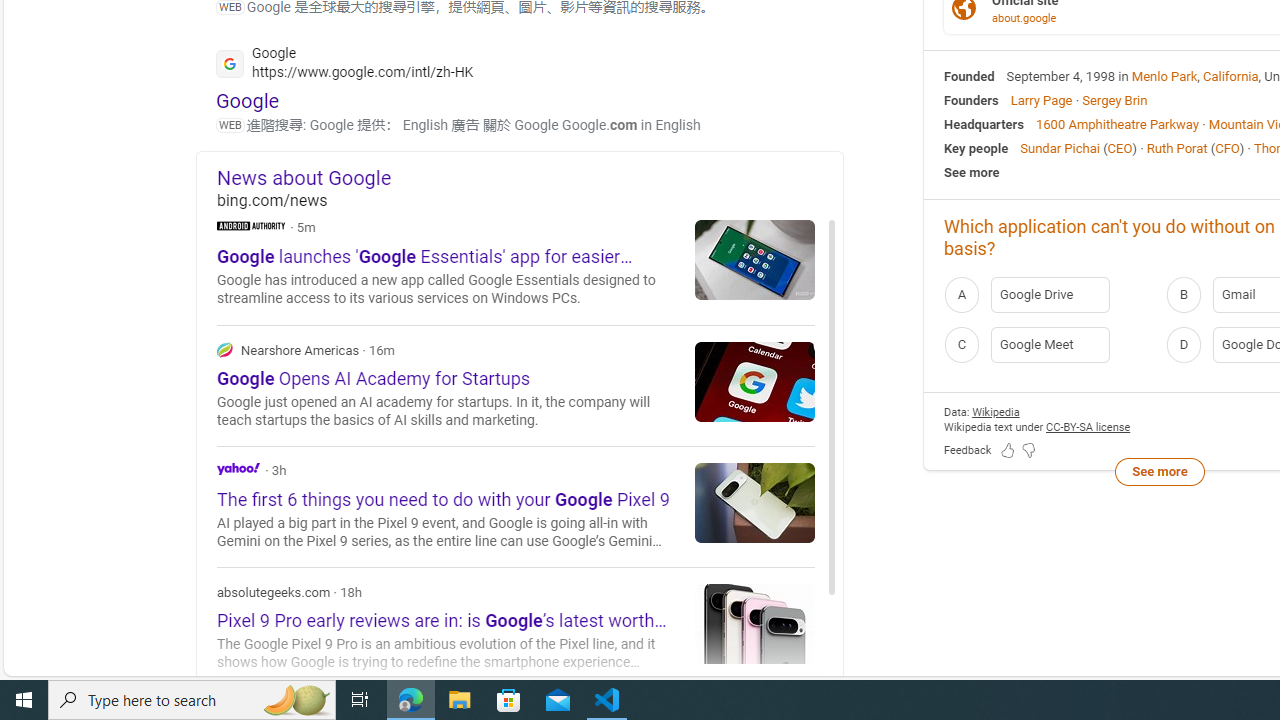  What do you see at coordinates (225, 348) in the screenshot?
I see `'Nearshore Americas'` at bounding box center [225, 348].